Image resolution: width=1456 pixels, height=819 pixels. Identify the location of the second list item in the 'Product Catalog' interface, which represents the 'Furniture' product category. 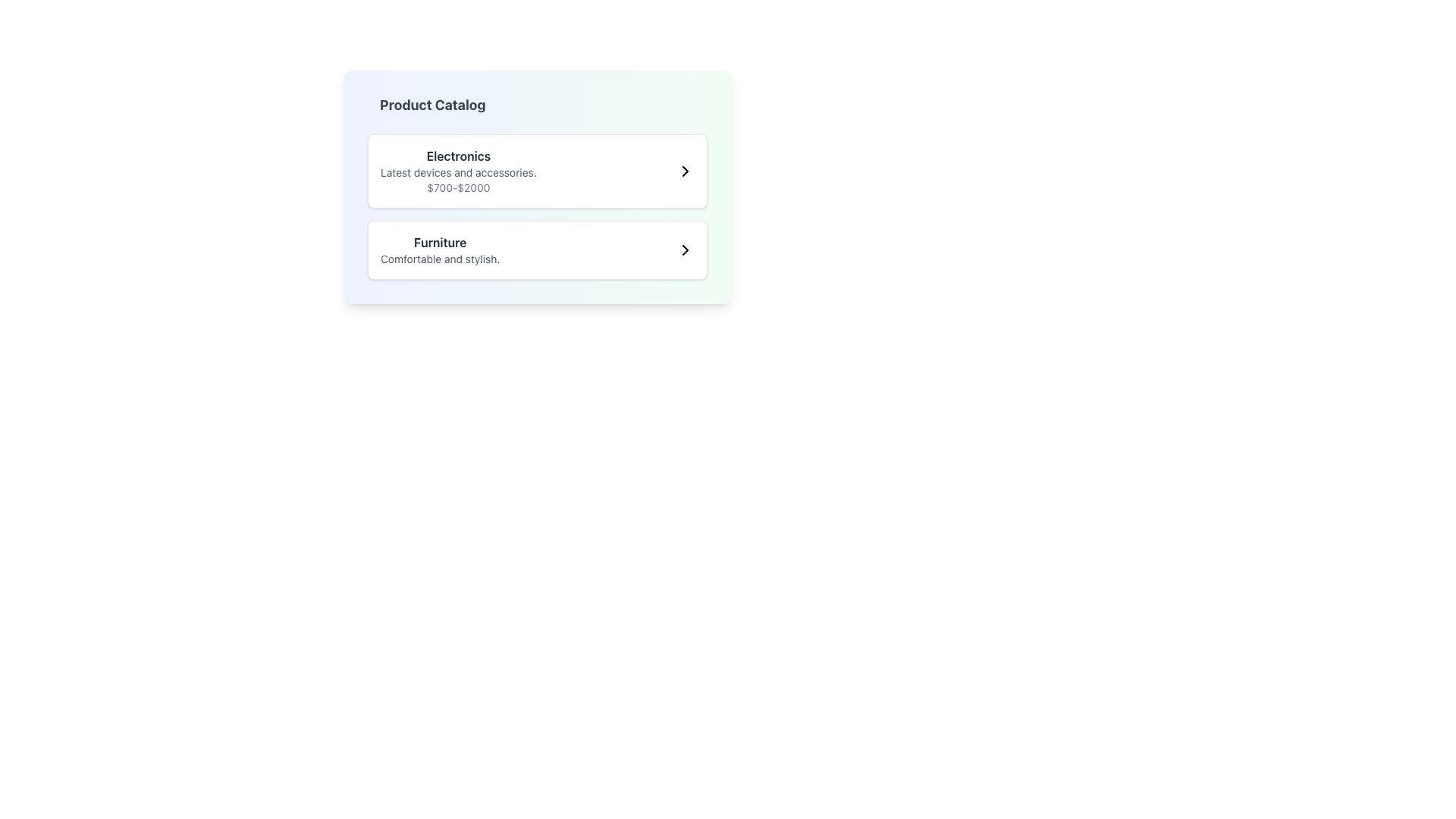
(538, 249).